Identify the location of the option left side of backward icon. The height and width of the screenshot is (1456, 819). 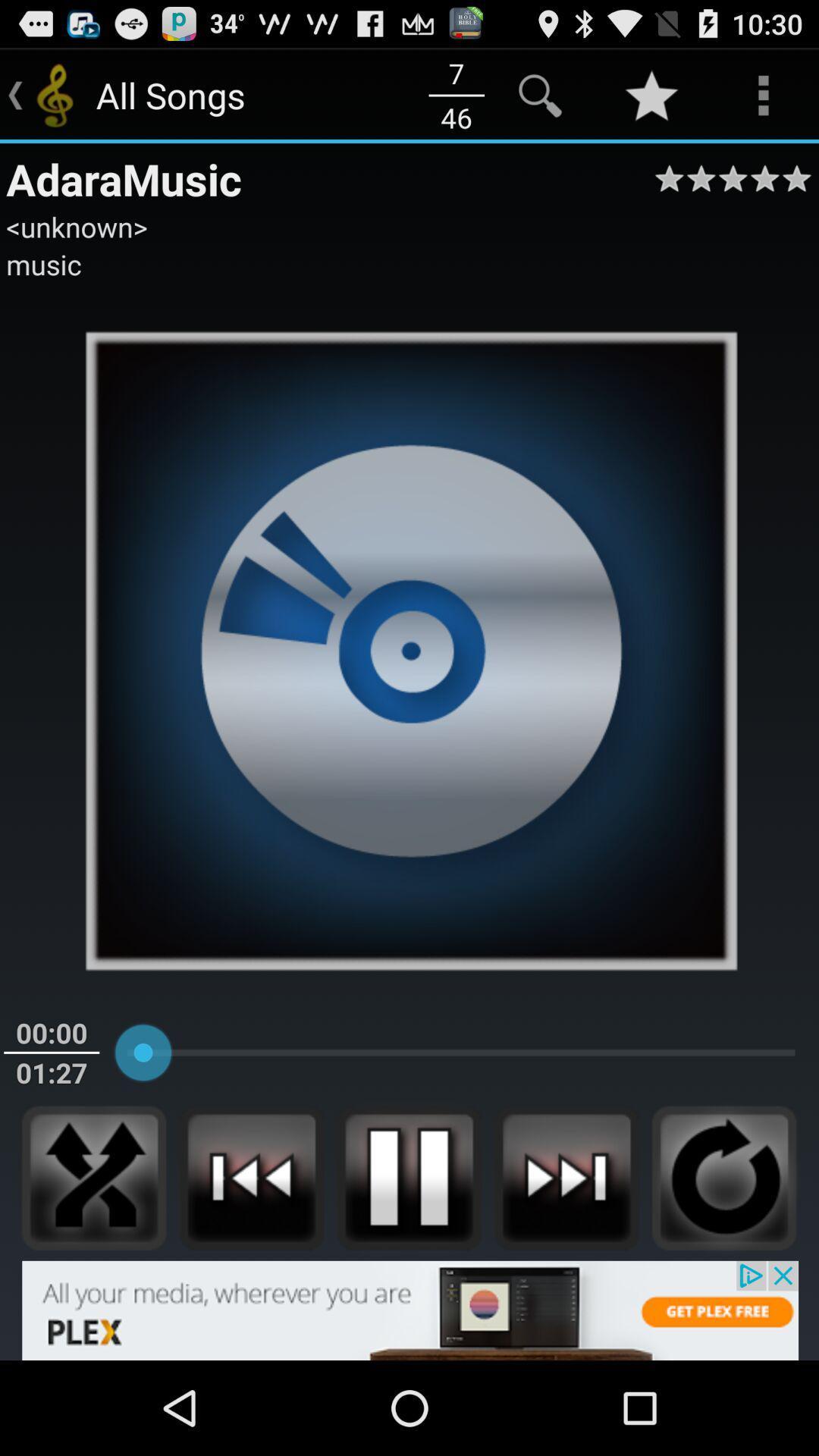
(93, 1178).